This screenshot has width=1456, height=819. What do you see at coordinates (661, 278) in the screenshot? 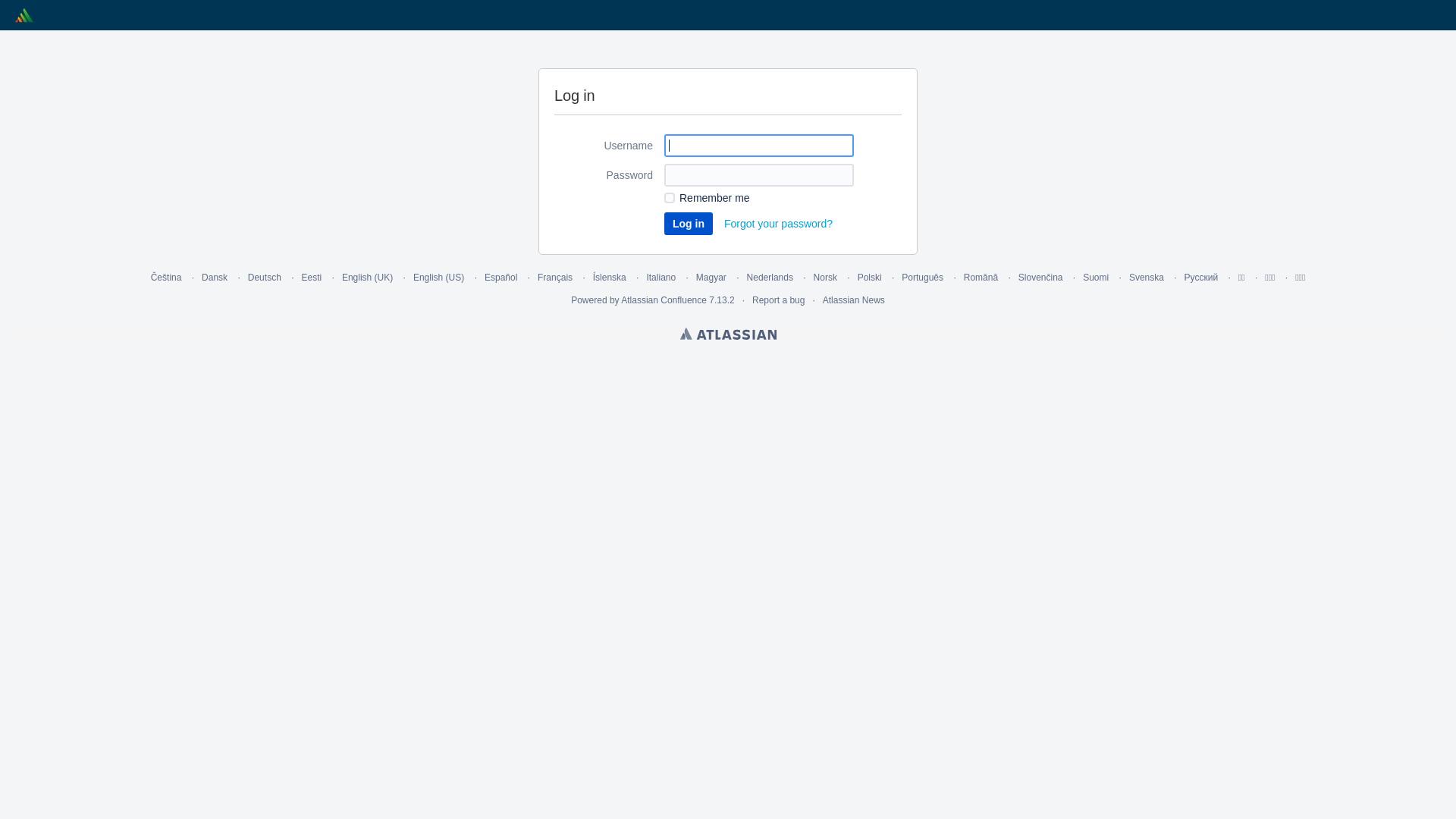
I see `'Italiano'` at bounding box center [661, 278].